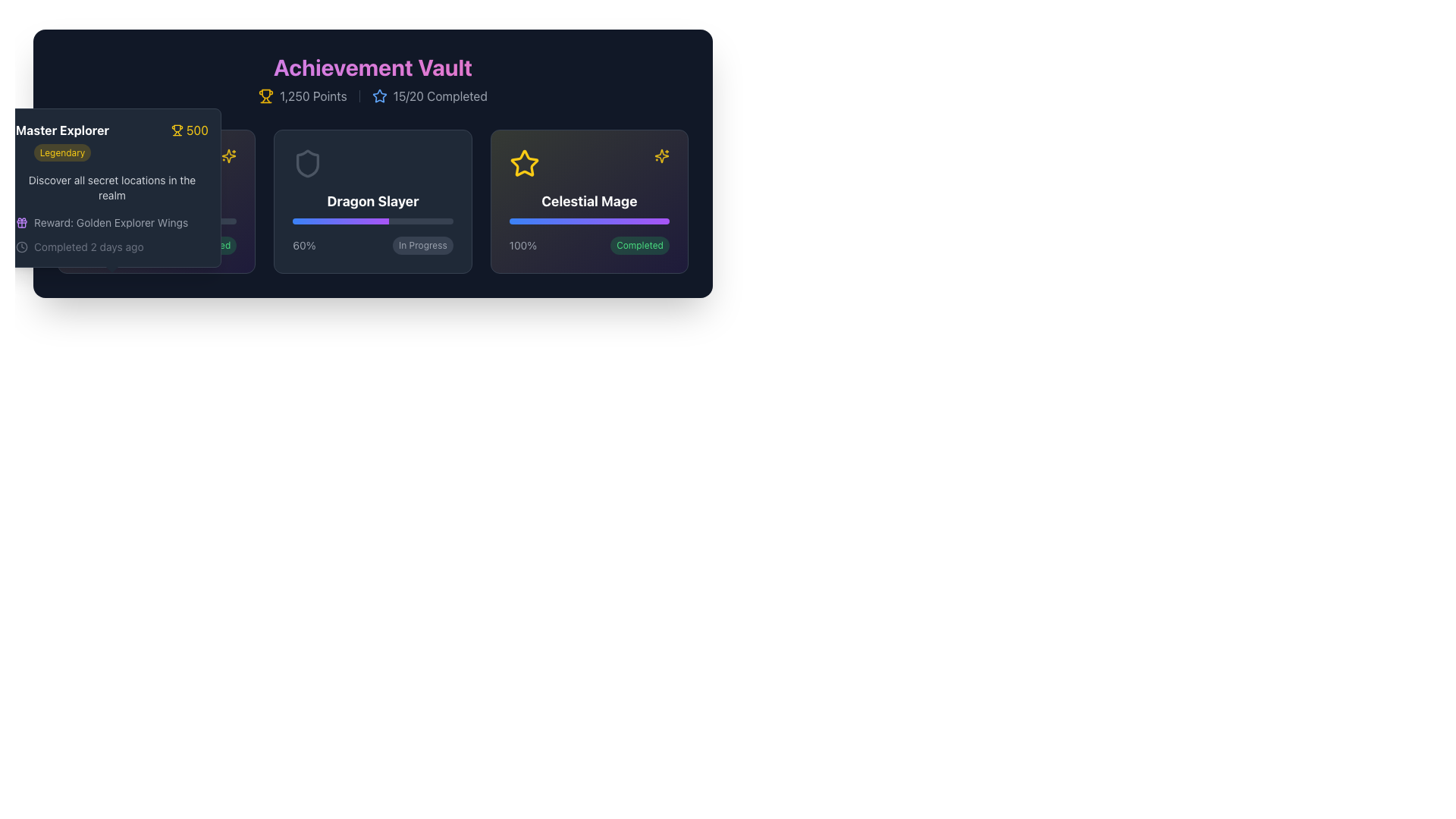  Describe the element at coordinates (90, 164) in the screenshot. I see `the yellow crown icon representing the 'Master Explorer' achievement, located above the description text and to the left of the '500' score display` at that location.